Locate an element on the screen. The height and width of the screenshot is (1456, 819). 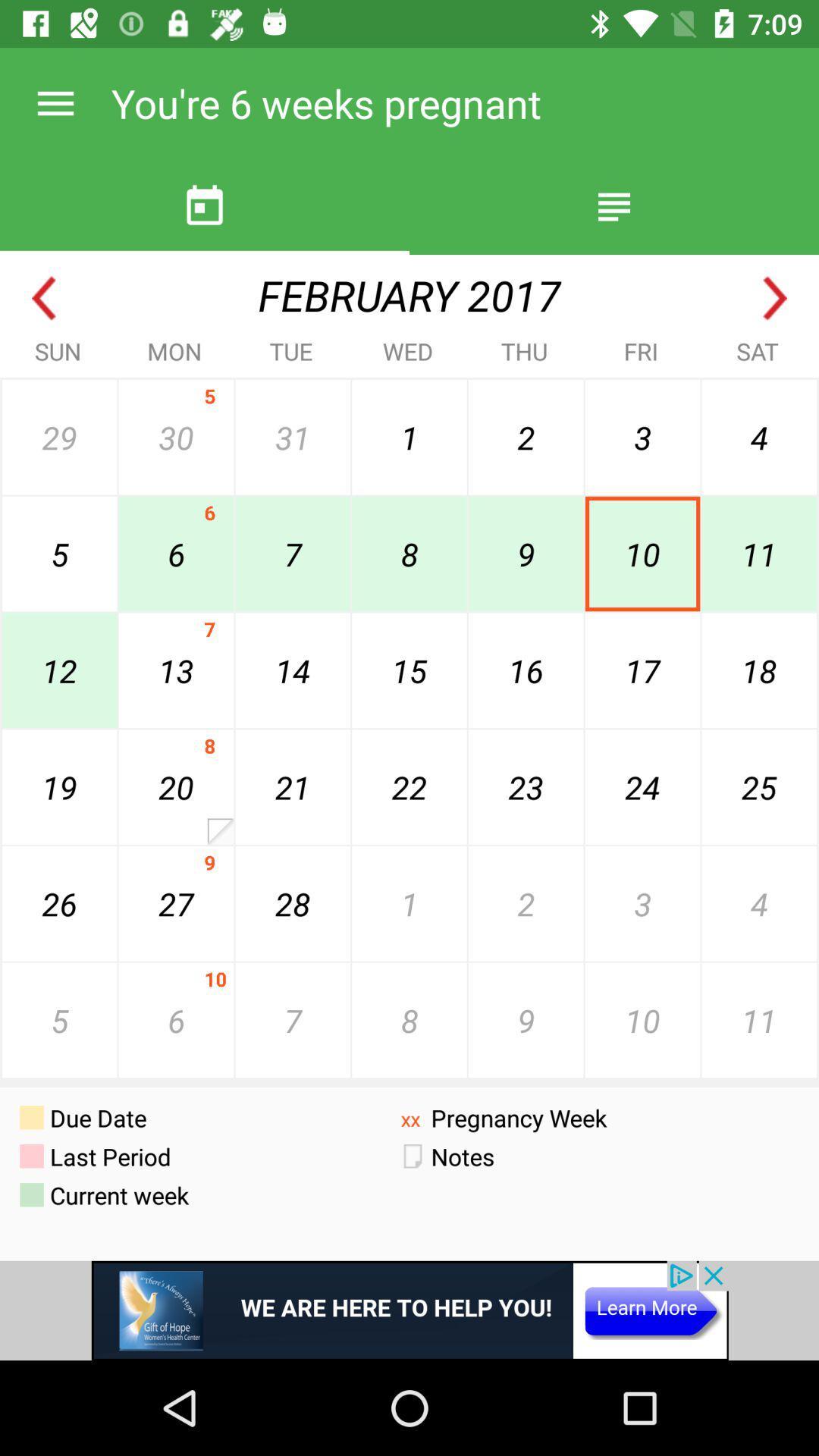
look at next month is located at coordinates (775, 298).